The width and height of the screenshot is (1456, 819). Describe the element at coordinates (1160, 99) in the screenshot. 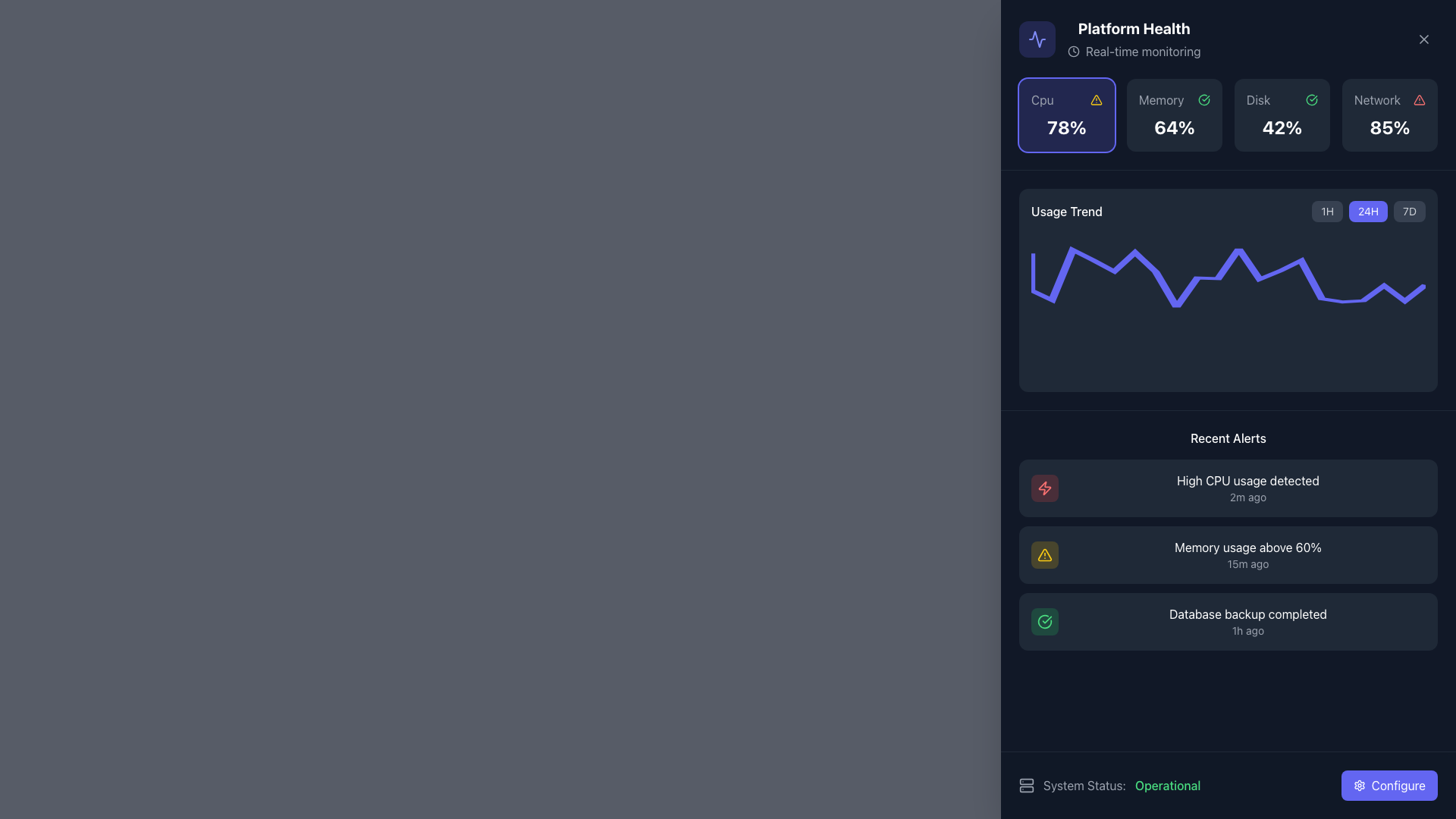

I see `the Memory usage statistics label located in the second segment under the 'Platform Health' heading` at that location.